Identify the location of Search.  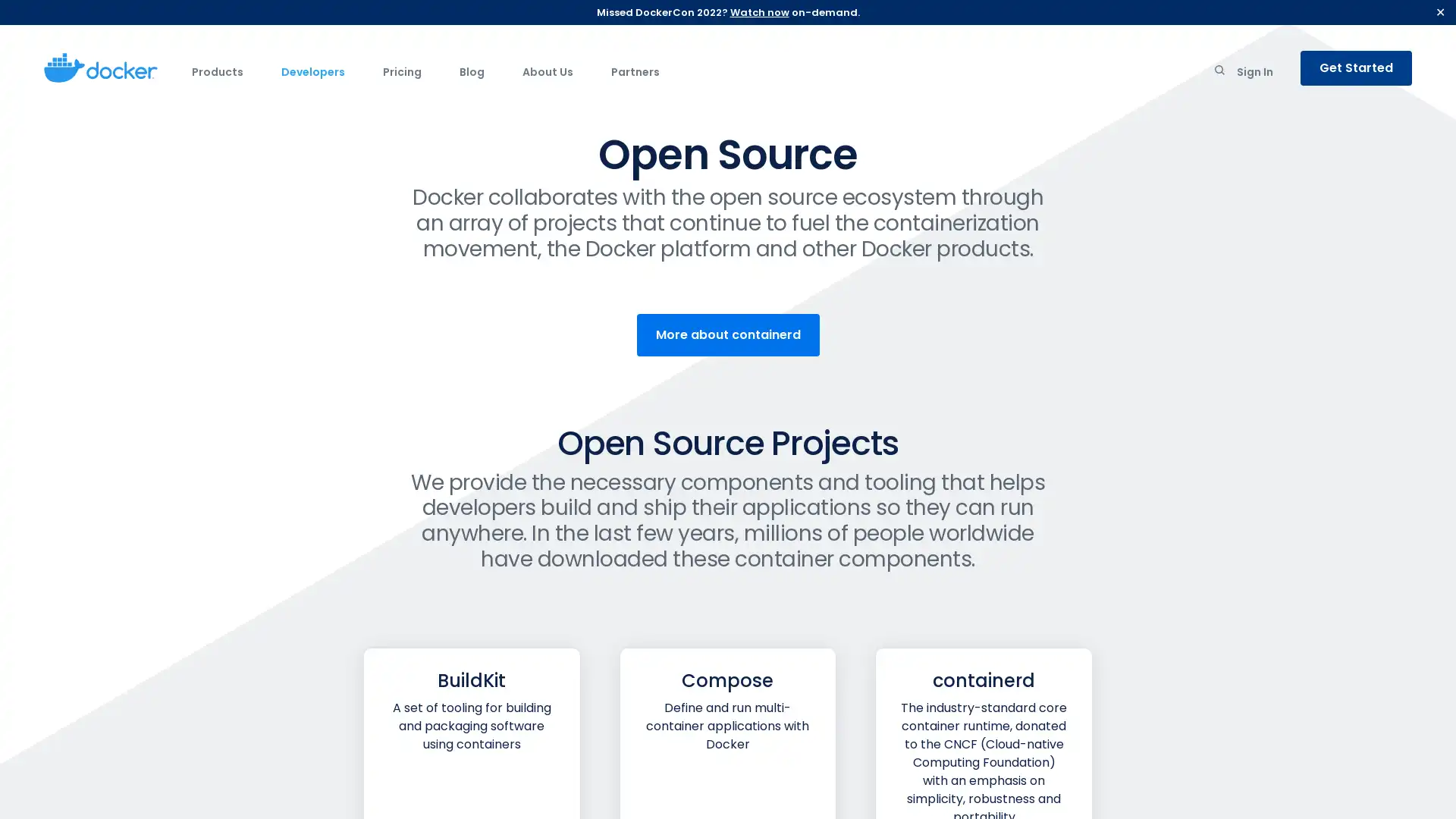
(1219, 73).